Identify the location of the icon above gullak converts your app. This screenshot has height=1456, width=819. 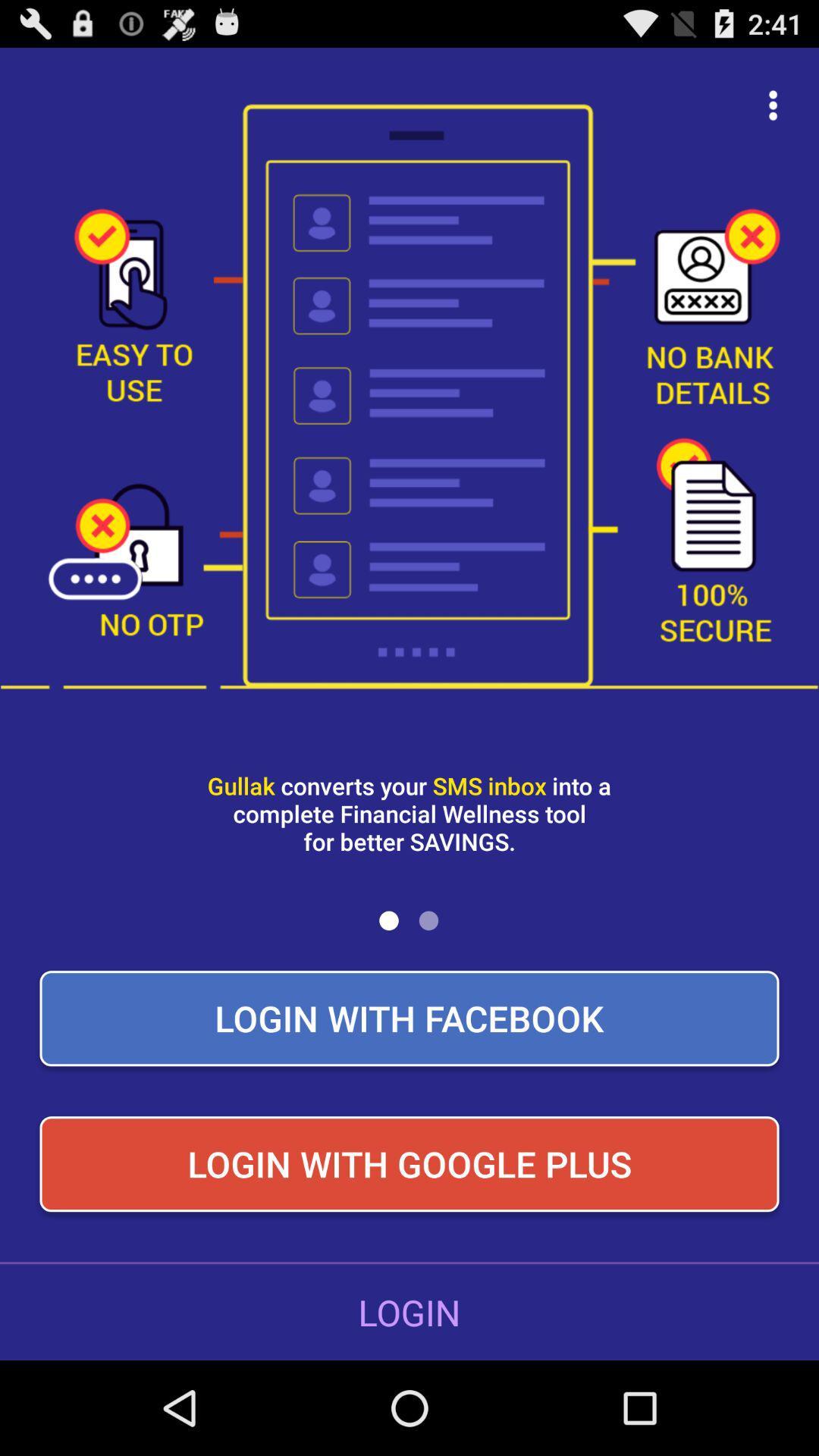
(773, 105).